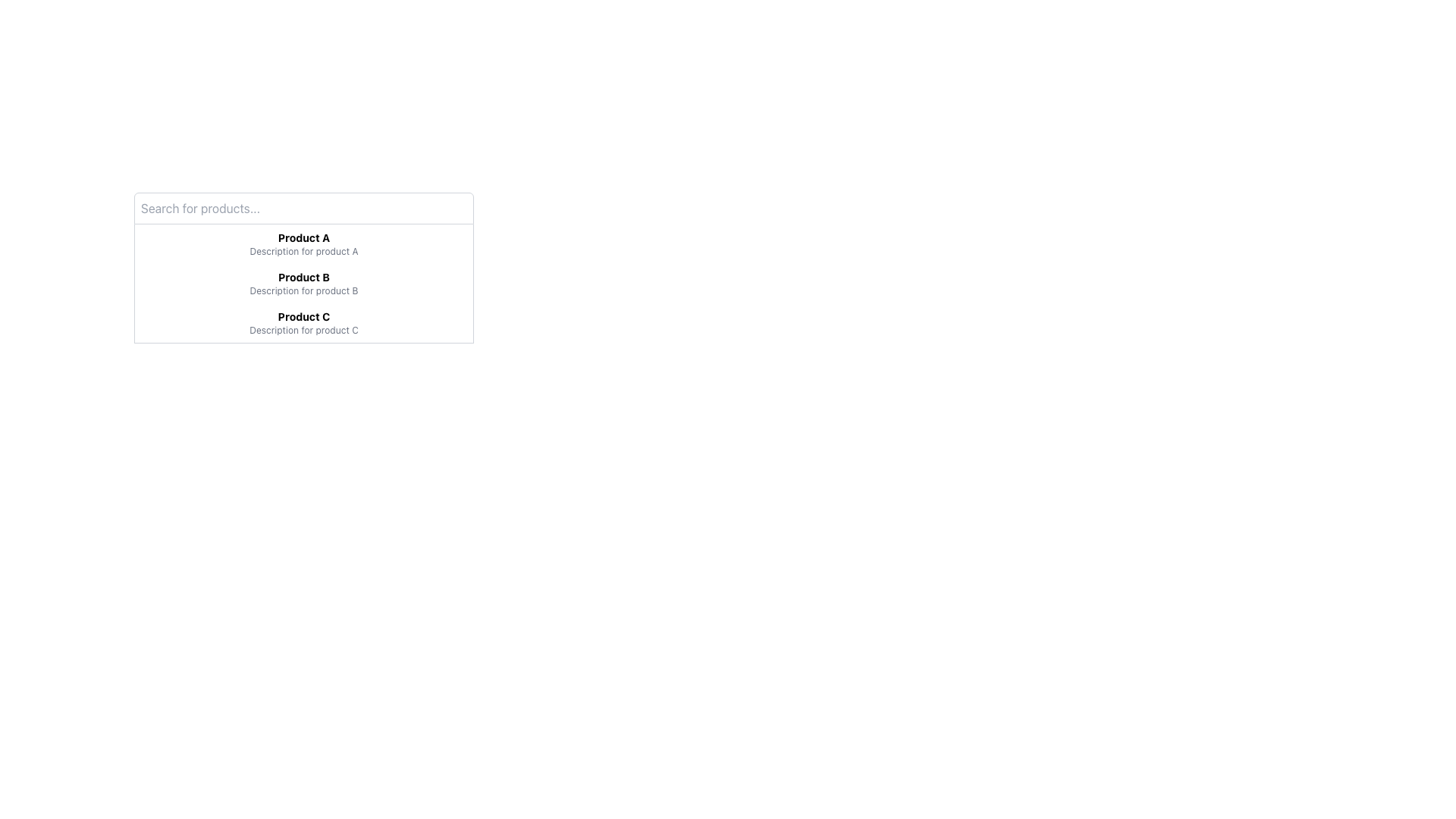 Image resolution: width=1456 pixels, height=819 pixels. What do you see at coordinates (303, 322) in the screenshot?
I see `the third list item in the dropdown that displays 'Product C' in bold and 'Description for product C' in gray` at bounding box center [303, 322].